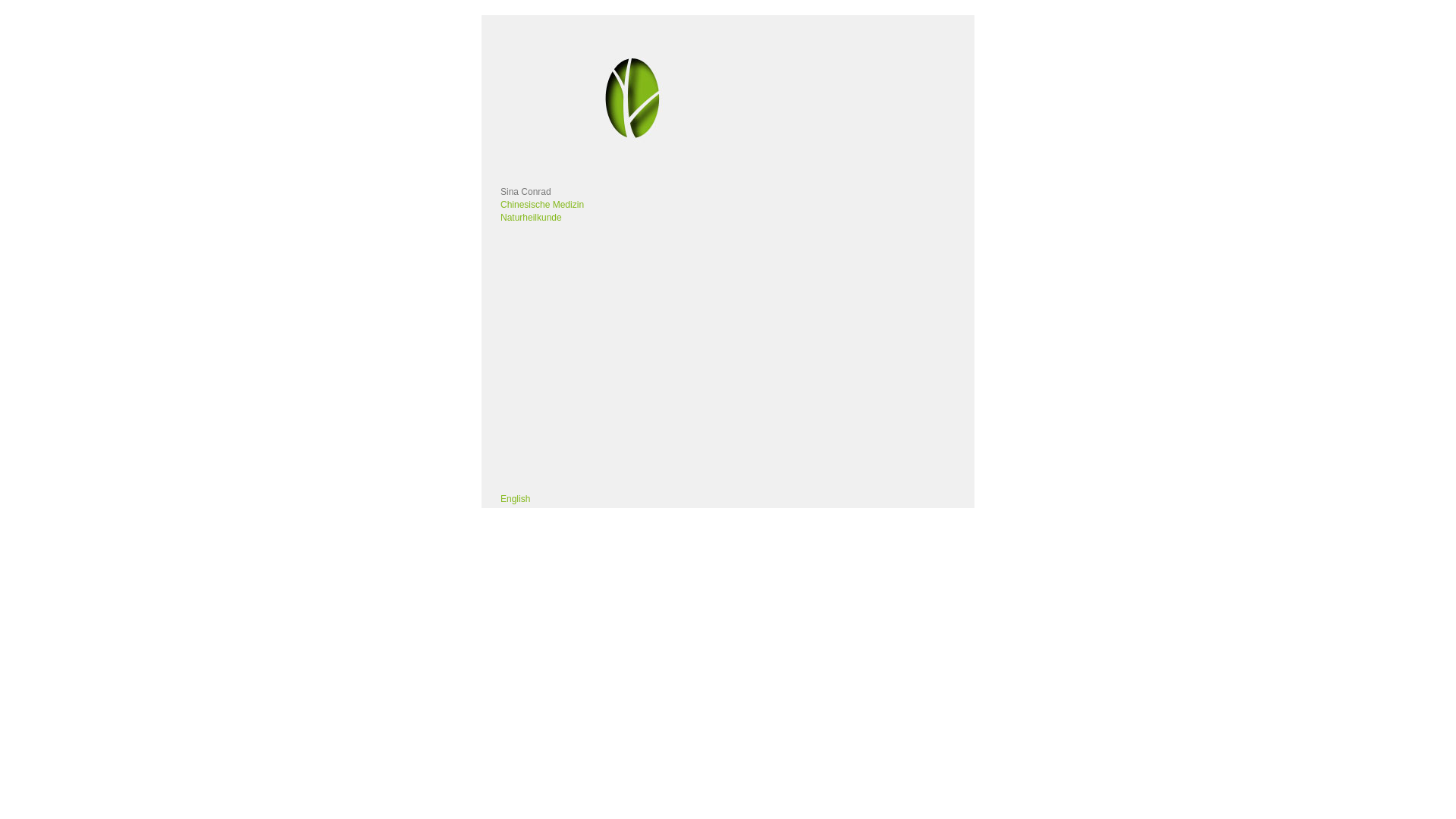  What do you see at coordinates (500, 205) in the screenshot?
I see `'Chinesische Medizin'` at bounding box center [500, 205].